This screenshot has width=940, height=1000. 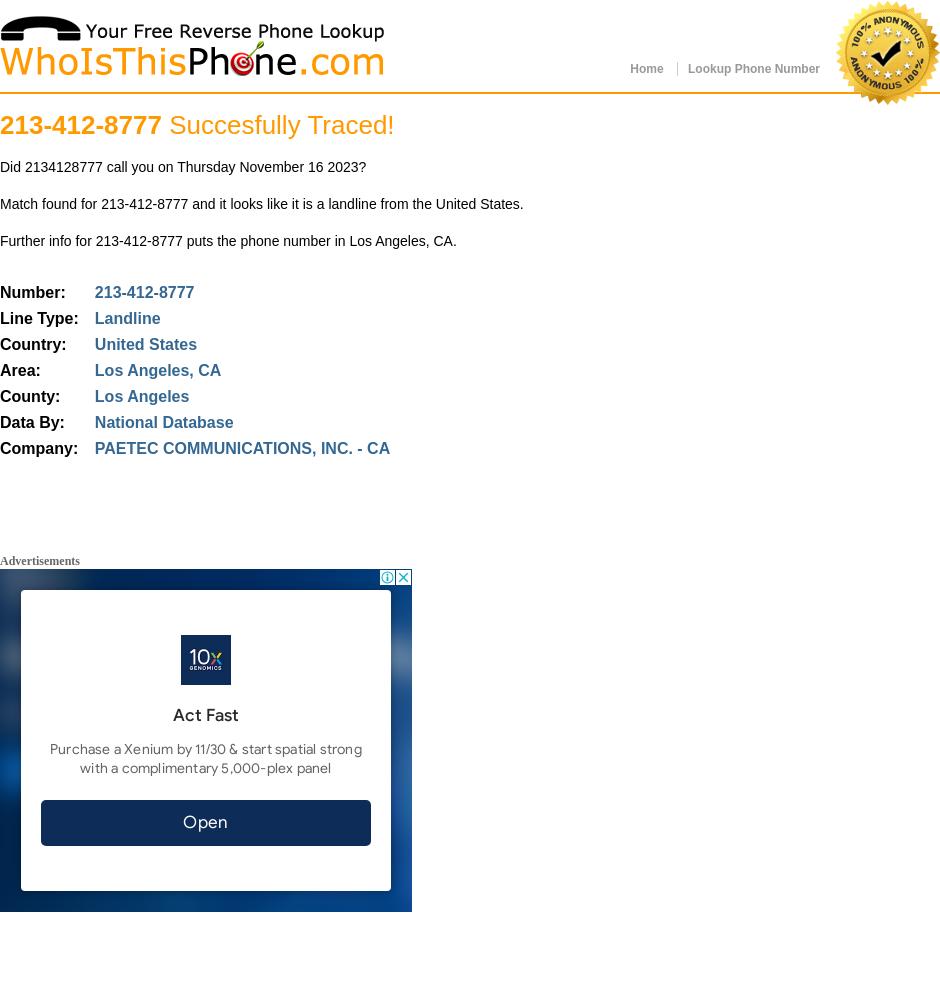 I want to click on 'United States', so click(x=144, y=343).